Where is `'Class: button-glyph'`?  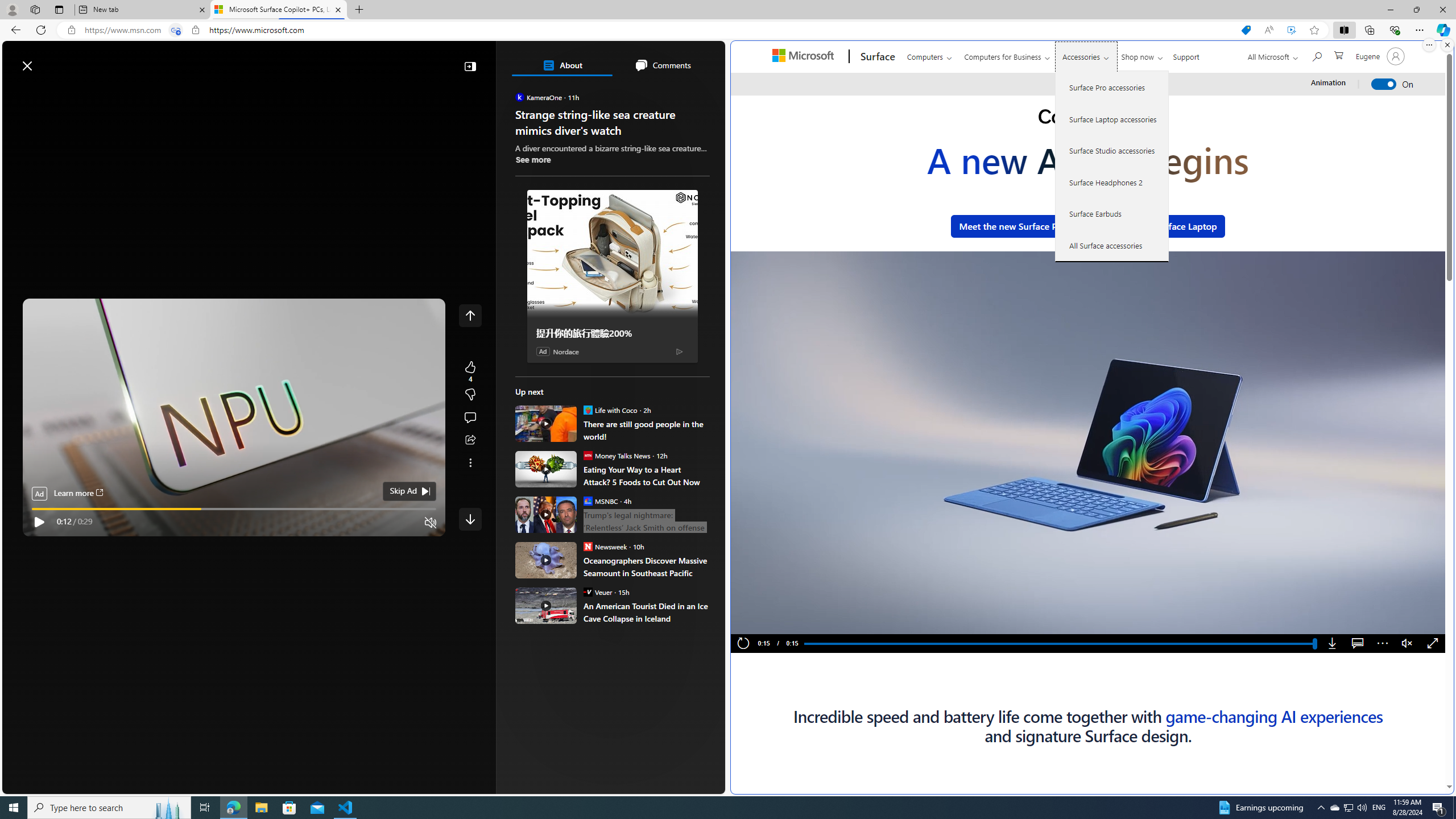
'Class: button-glyph' is located at coordinates (16, 92).